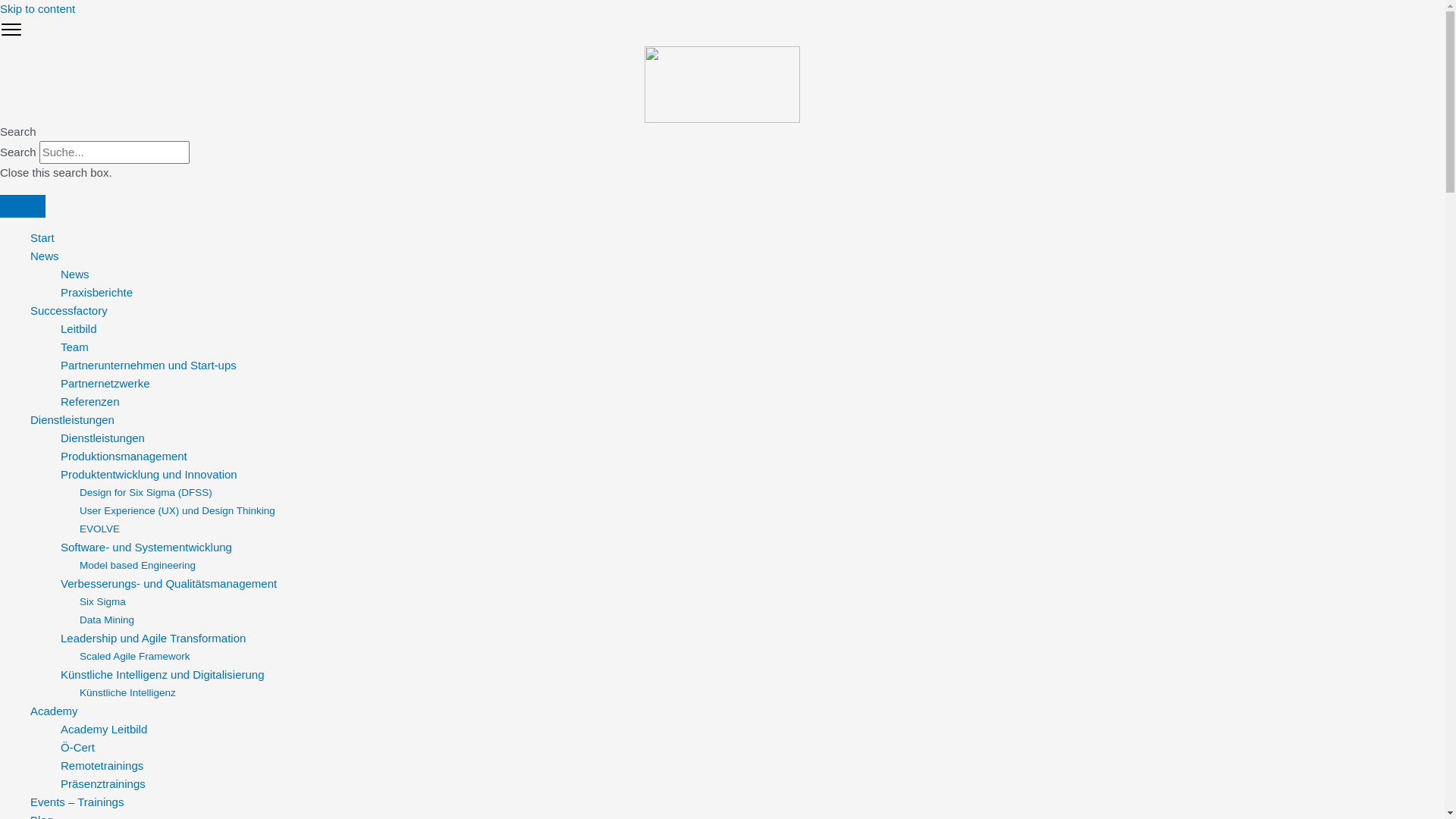  Describe the element at coordinates (146, 547) in the screenshot. I see `'Software- und Systementwicklung'` at that location.